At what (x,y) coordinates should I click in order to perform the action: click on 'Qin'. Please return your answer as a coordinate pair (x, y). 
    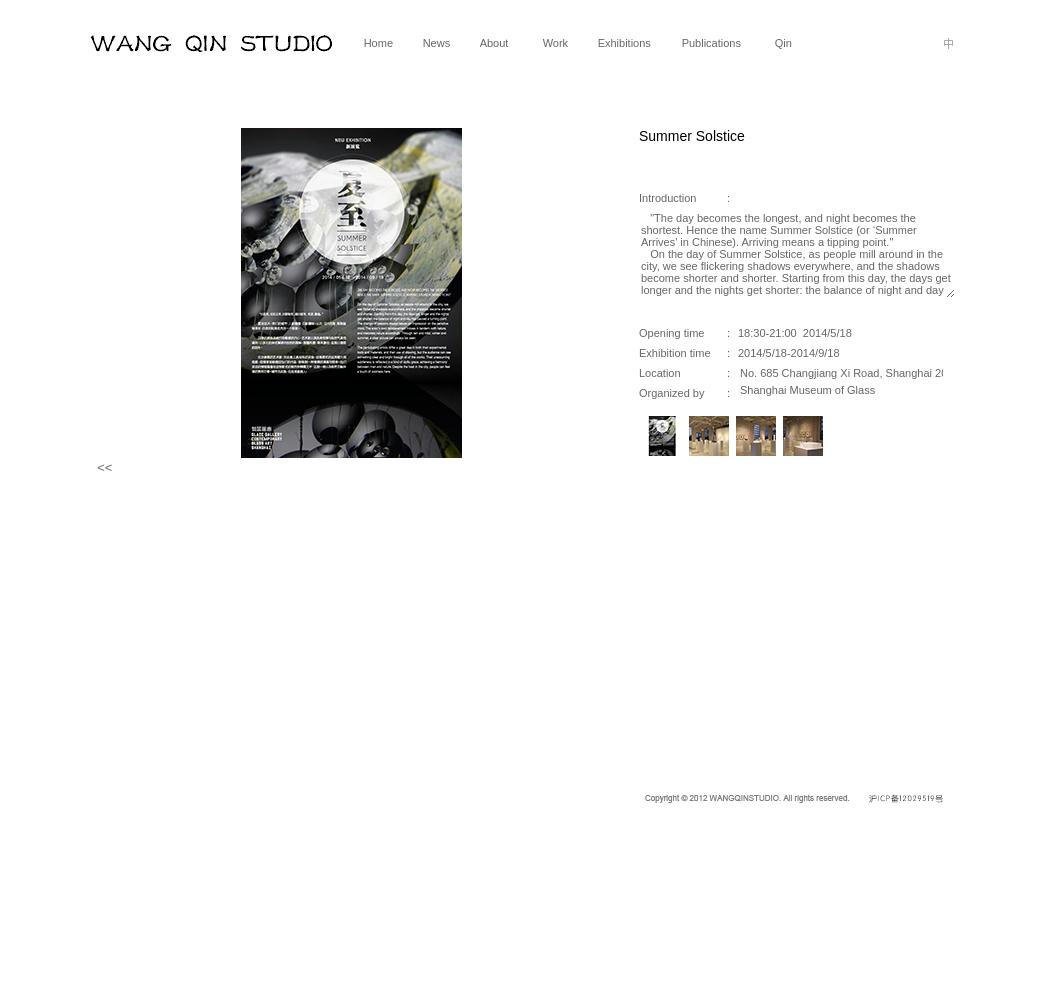
    Looking at the image, I should click on (782, 43).